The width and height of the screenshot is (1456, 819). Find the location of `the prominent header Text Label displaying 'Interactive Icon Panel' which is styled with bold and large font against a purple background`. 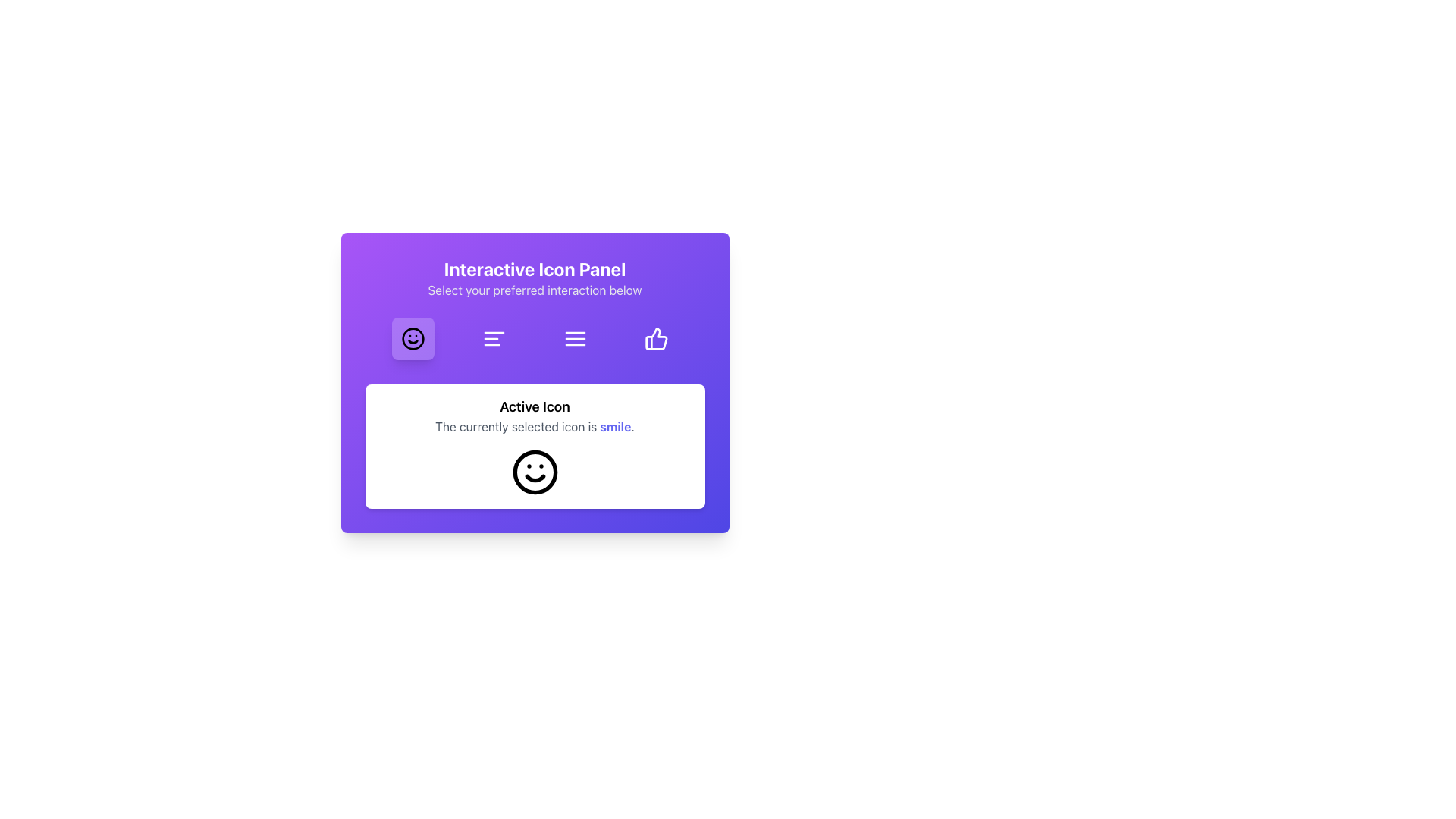

the prominent header Text Label displaying 'Interactive Icon Panel' which is styled with bold and large font against a purple background is located at coordinates (535, 268).